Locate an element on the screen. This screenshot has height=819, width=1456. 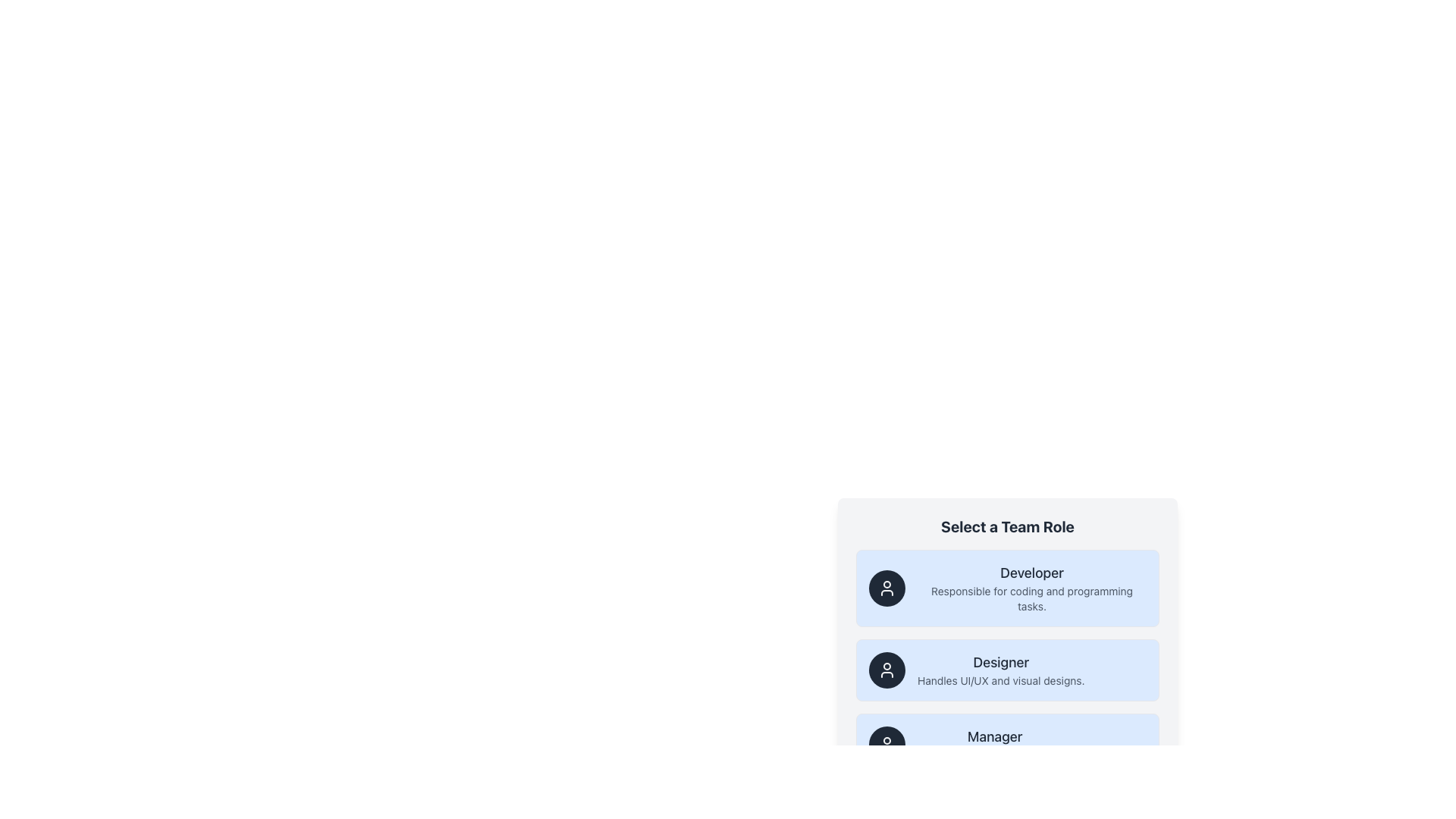
the details presented in the text block titled 'Designer' within the second selectable card that has a light blue background is located at coordinates (1001, 669).